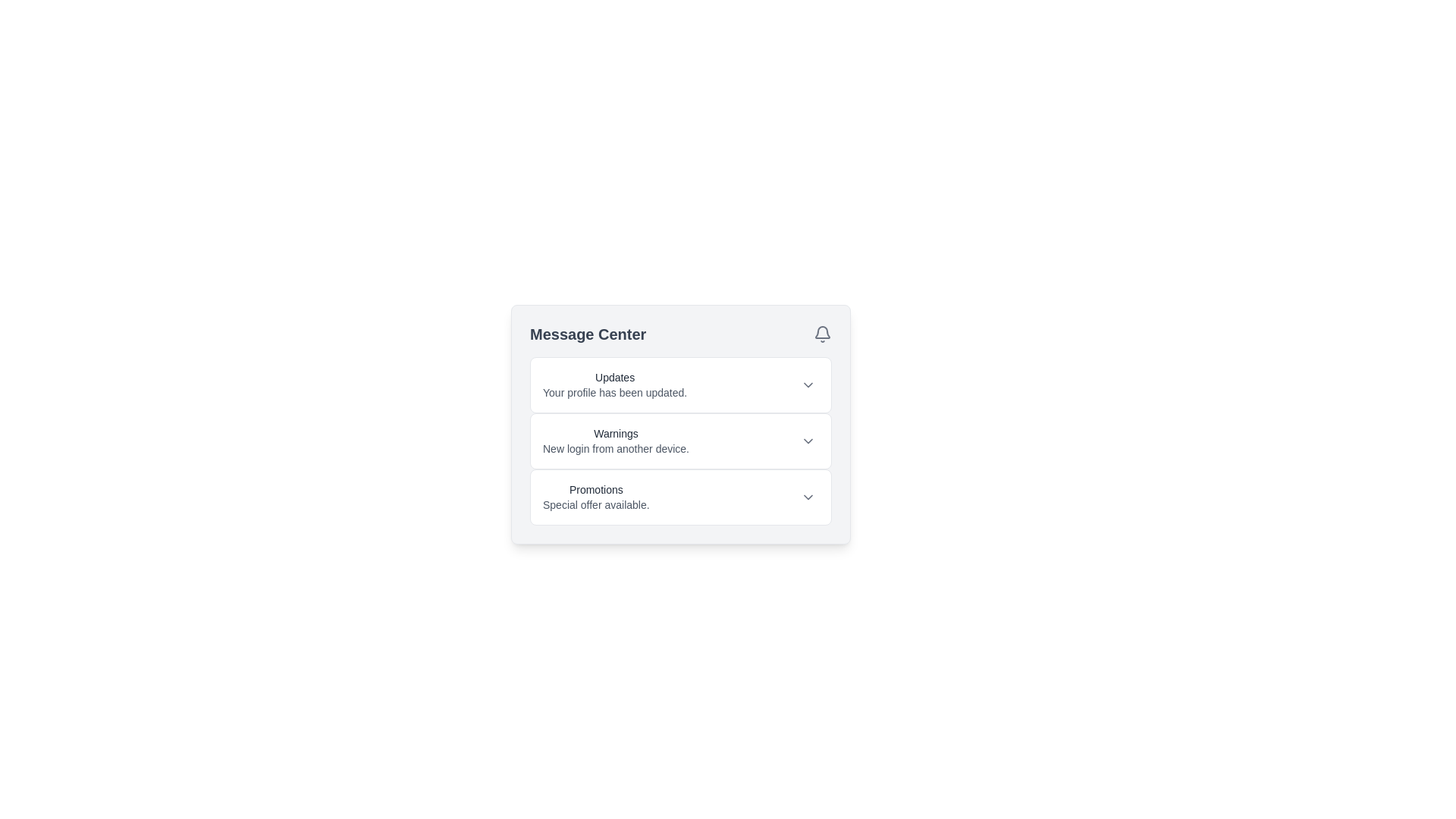  I want to click on notification message indicating that the user's profile has been updated, located in the 'Updates' section of the 'Message Center.', so click(615, 391).